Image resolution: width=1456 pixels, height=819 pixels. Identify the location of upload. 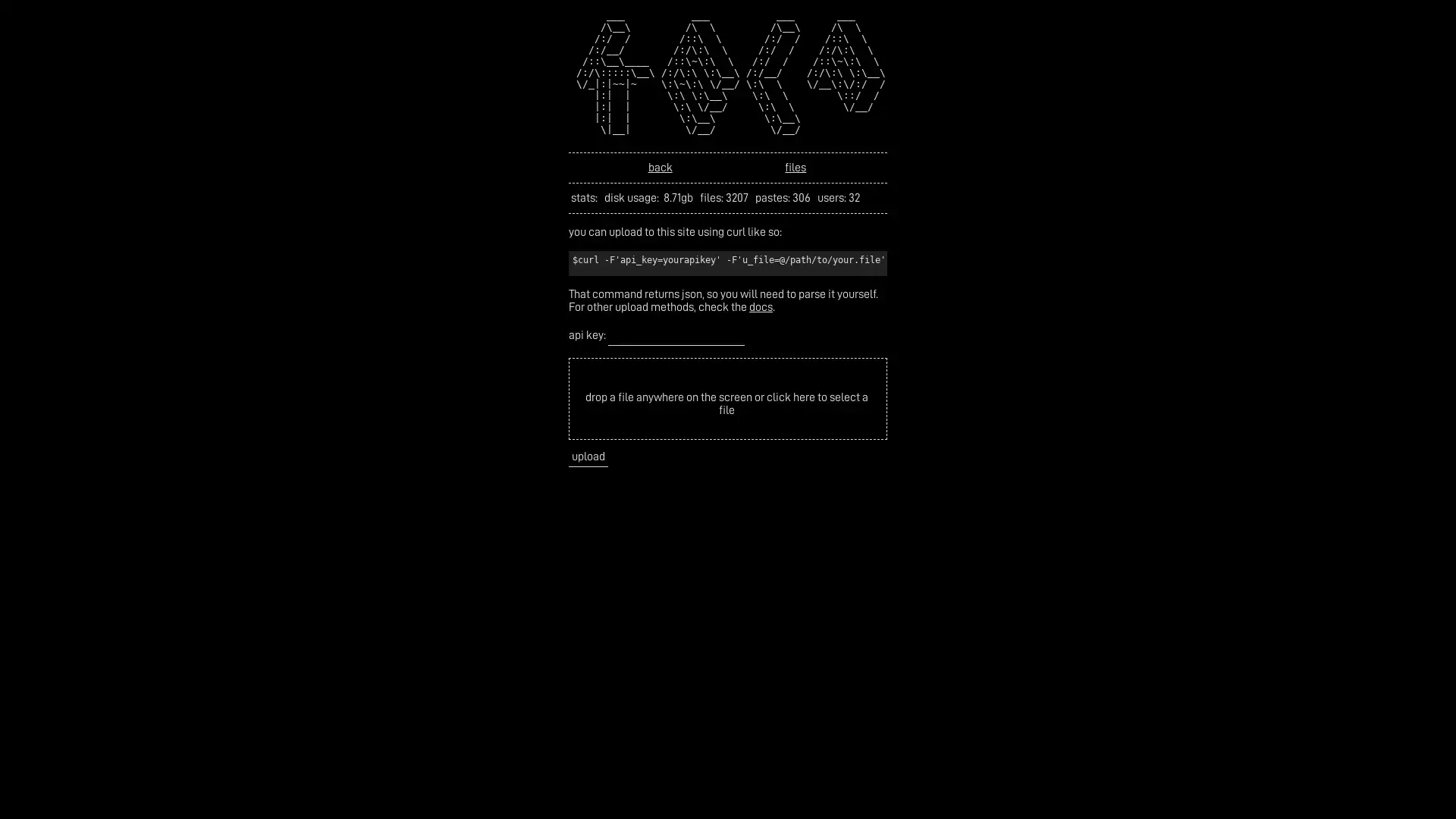
(588, 456).